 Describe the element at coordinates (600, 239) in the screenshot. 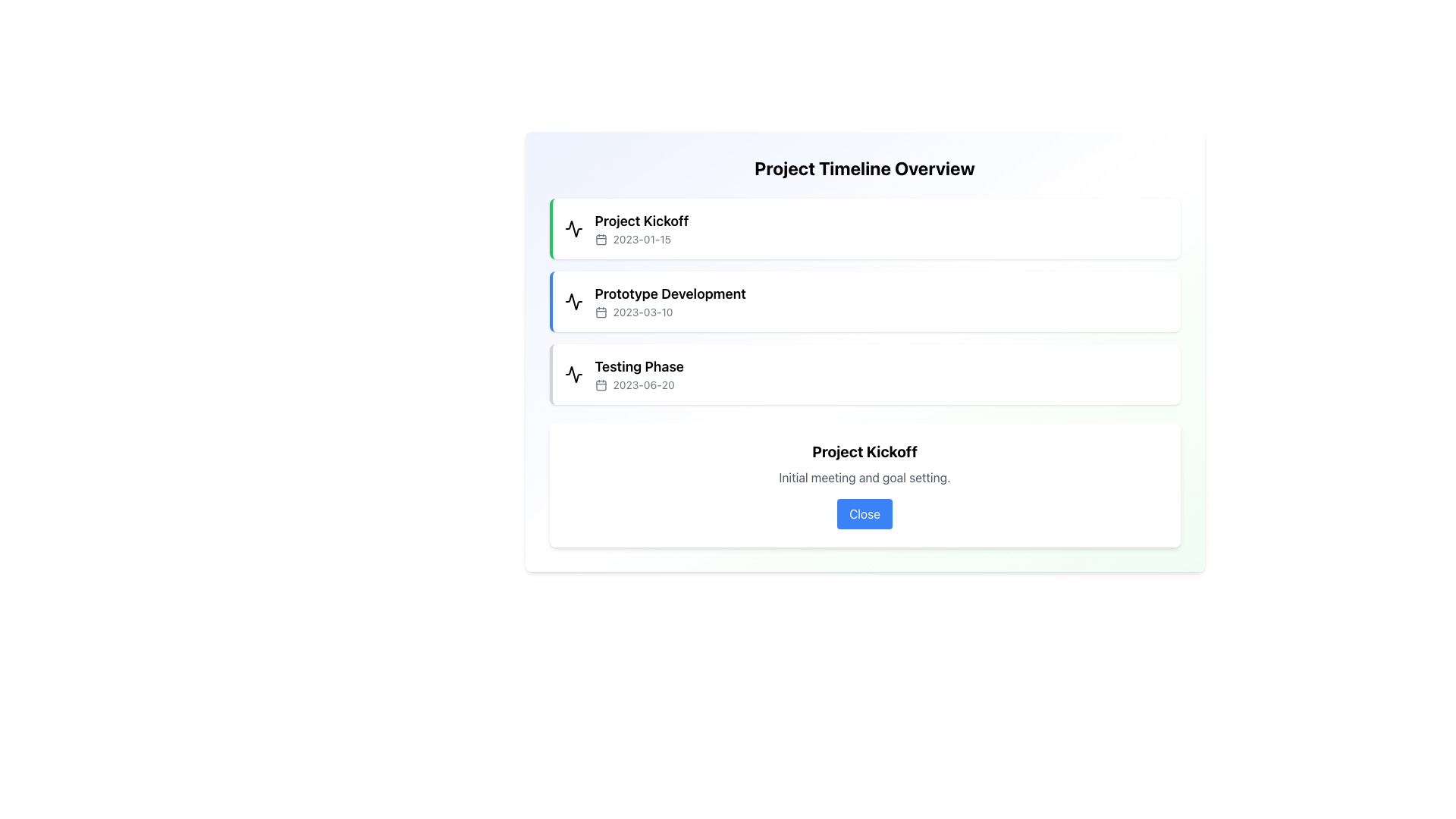

I see `details about the styling or position of the rounded rectangle icon within the calendar icon, located to the left of the '2023-01-15' text in the 'Project Kickoff' entry of the timeline` at that location.